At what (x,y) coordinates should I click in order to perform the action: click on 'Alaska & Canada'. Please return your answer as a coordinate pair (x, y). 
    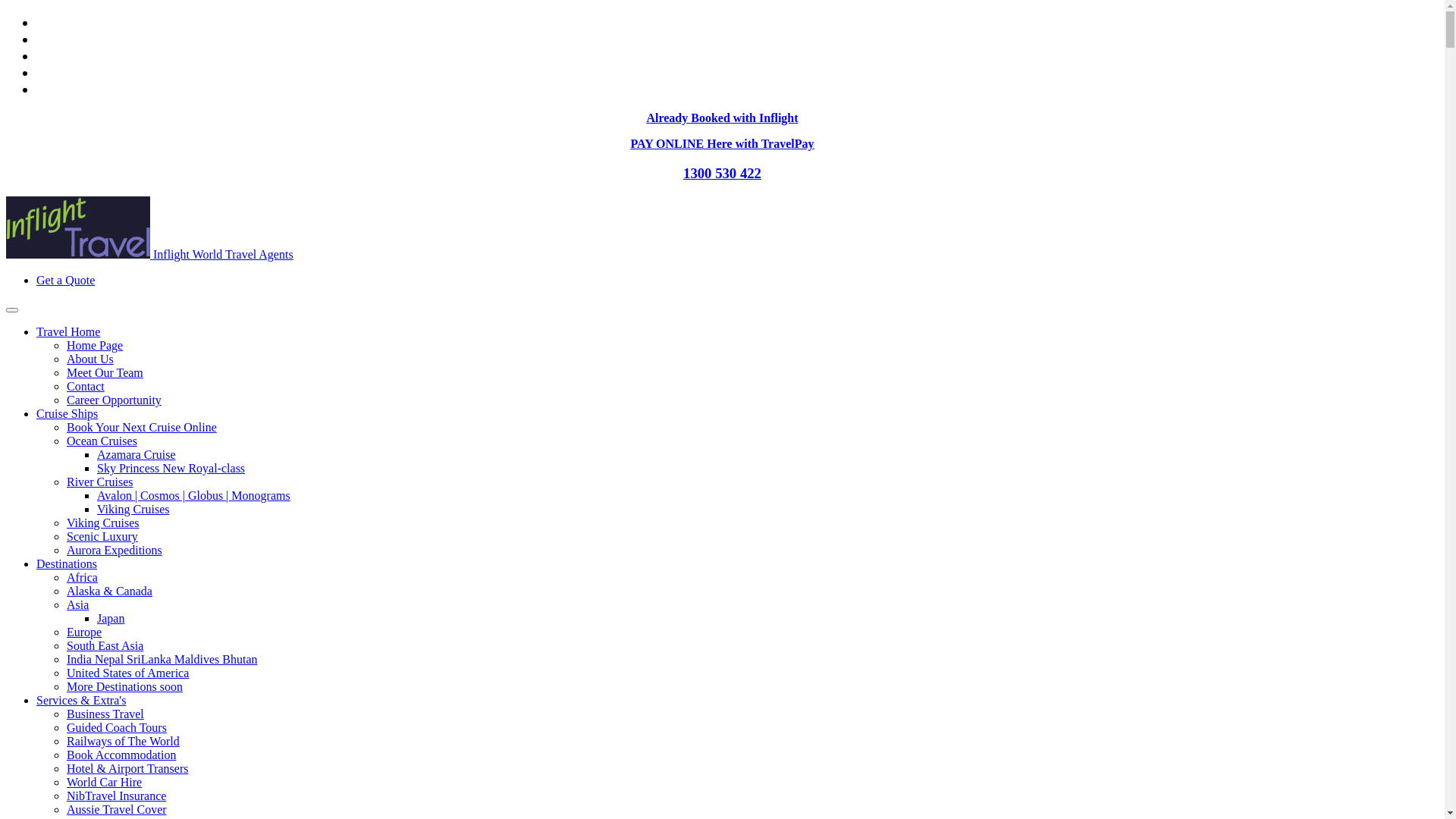
    Looking at the image, I should click on (108, 590).